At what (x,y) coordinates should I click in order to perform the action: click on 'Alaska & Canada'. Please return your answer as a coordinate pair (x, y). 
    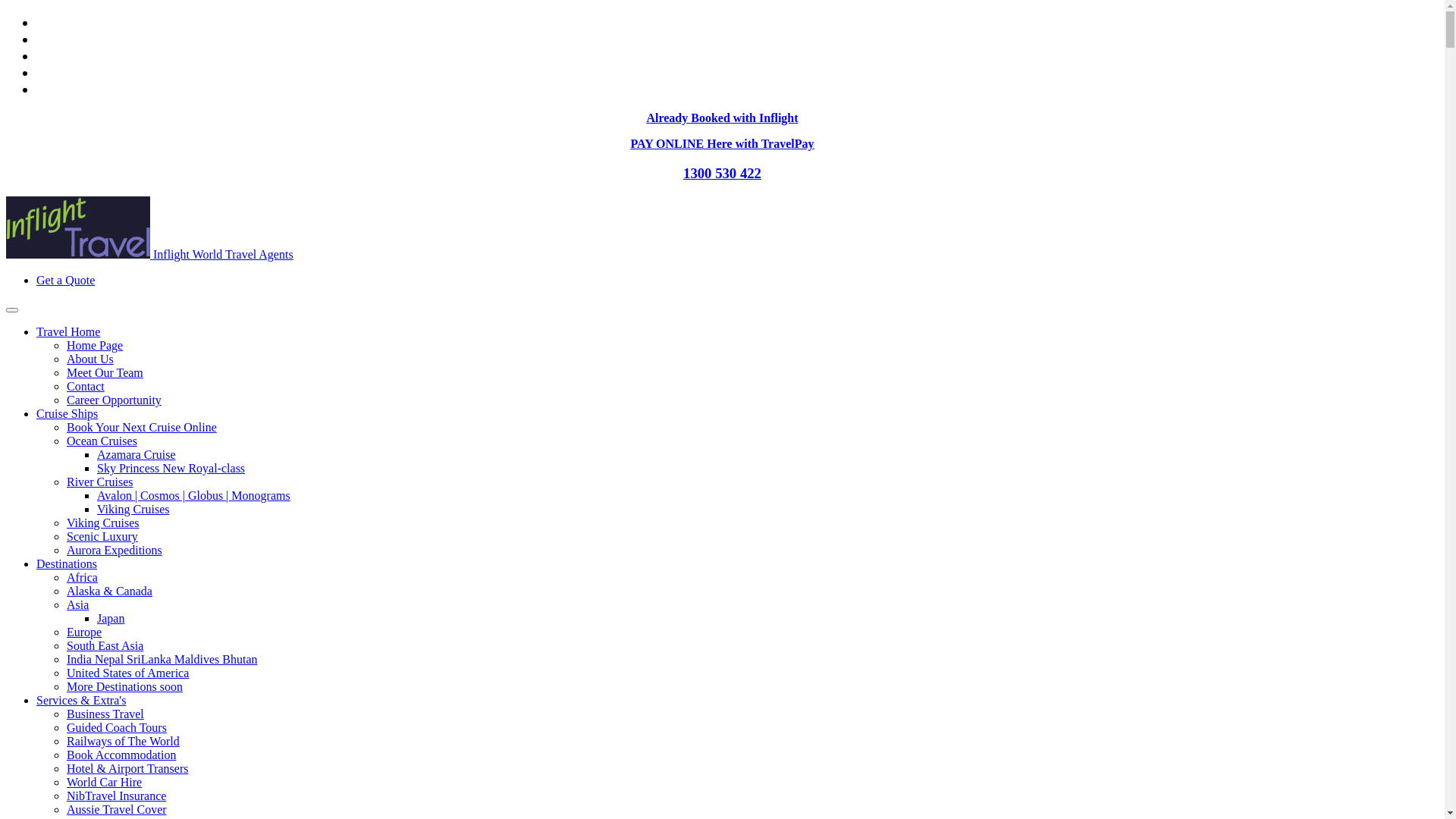
    Looking at the image, I should click on (108, 590).